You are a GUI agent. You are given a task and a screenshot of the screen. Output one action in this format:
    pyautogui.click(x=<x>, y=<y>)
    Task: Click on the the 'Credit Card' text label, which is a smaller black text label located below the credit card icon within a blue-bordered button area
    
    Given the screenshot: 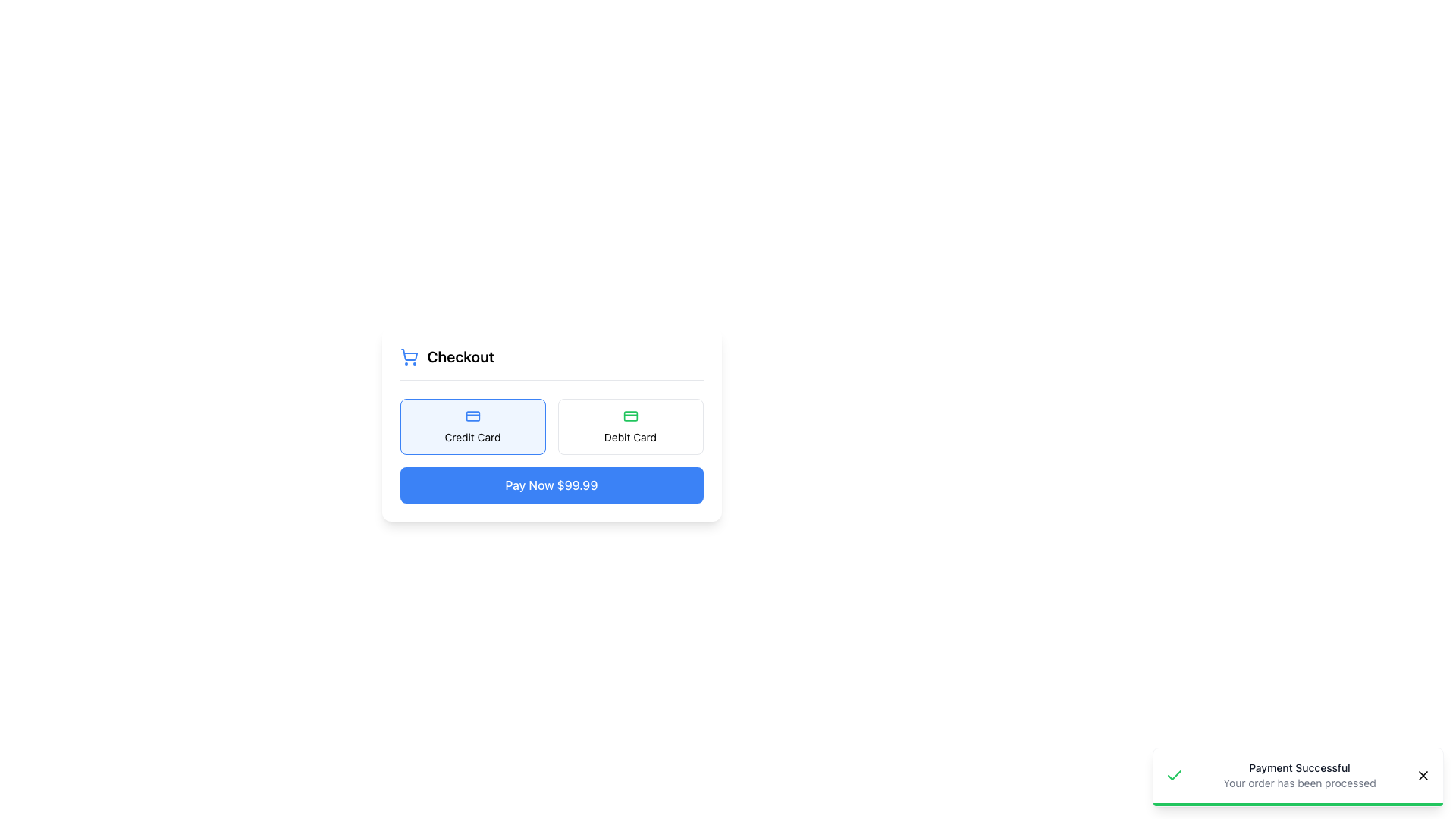 What is the action you would take?
    pyautogui.click(x=472, y=438)
    